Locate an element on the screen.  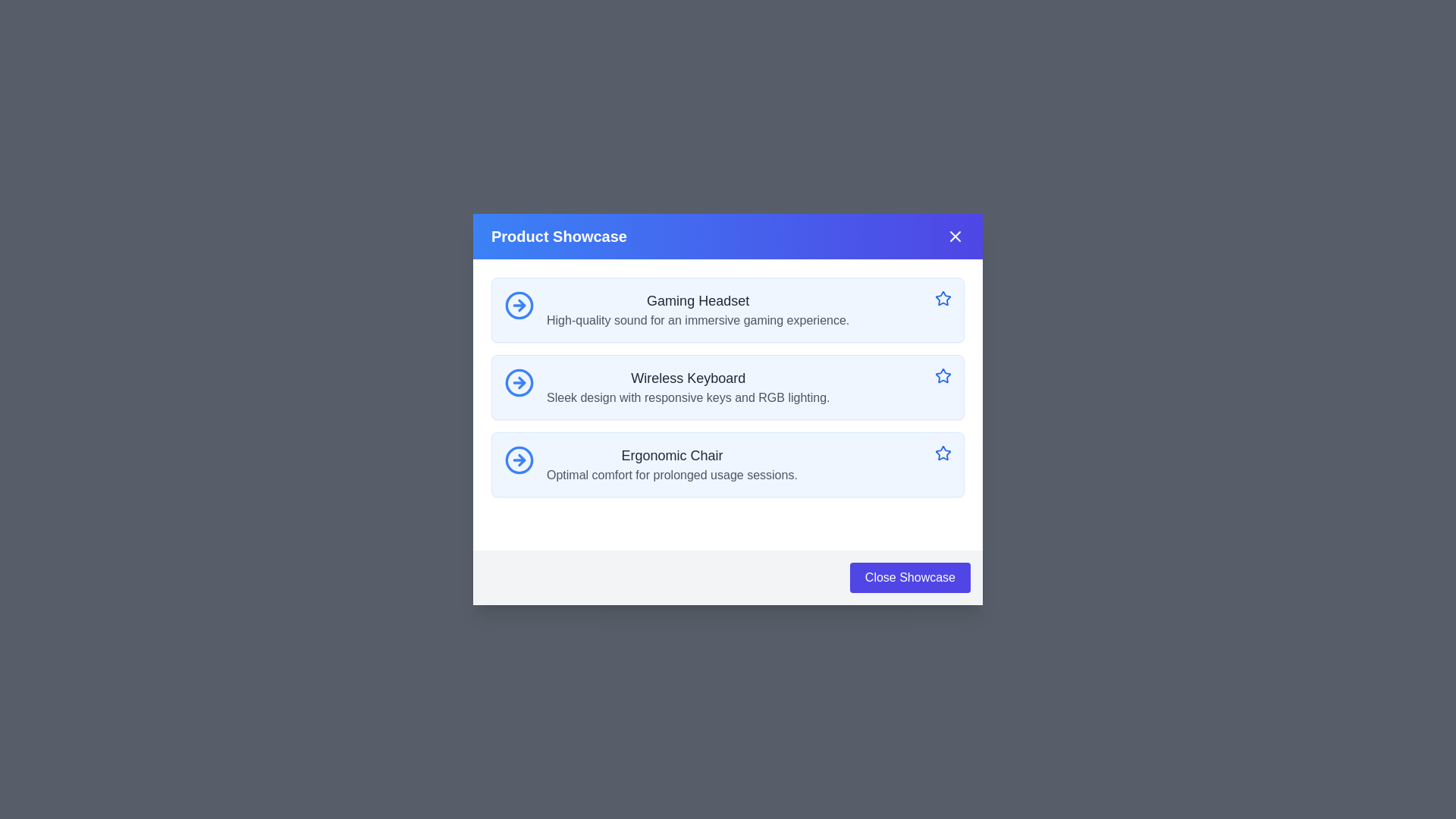
the icon button located to the left of the 'Ergonomic Chair' product details is located at coordinates (519, 459).